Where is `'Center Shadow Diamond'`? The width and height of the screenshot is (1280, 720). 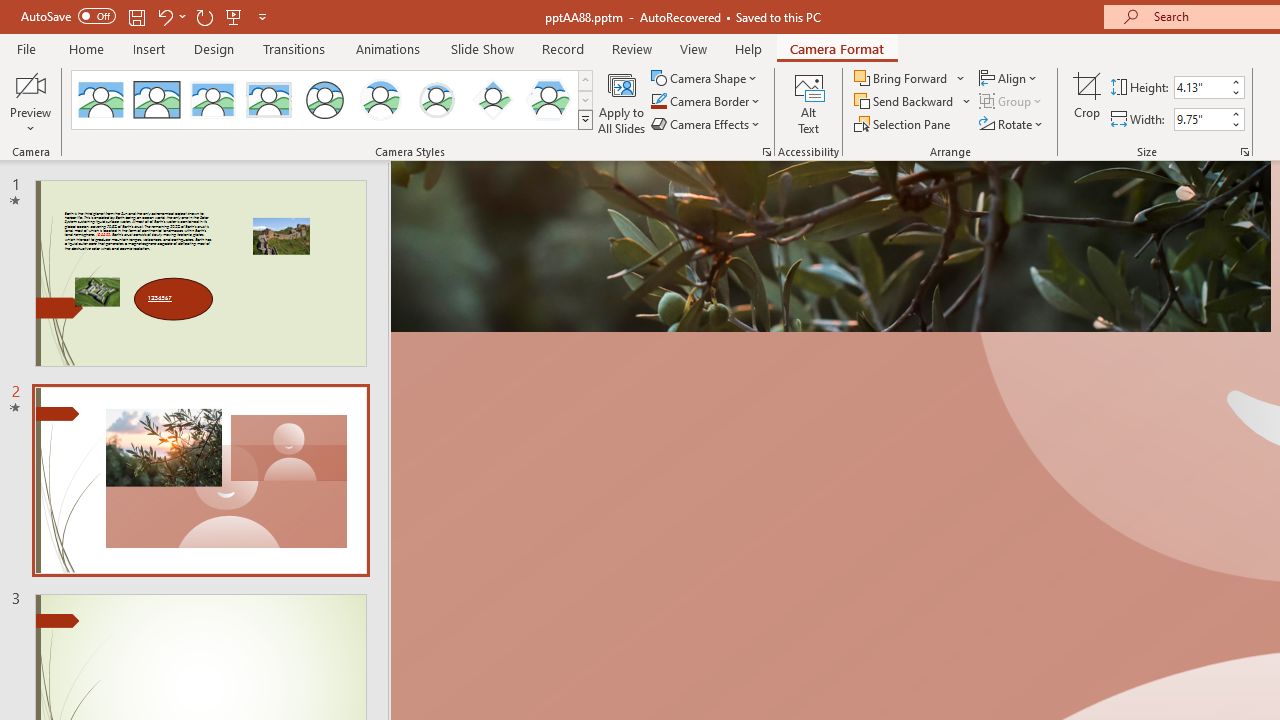
'Center Shadow Diamond' is located at coordinates (492, 100).